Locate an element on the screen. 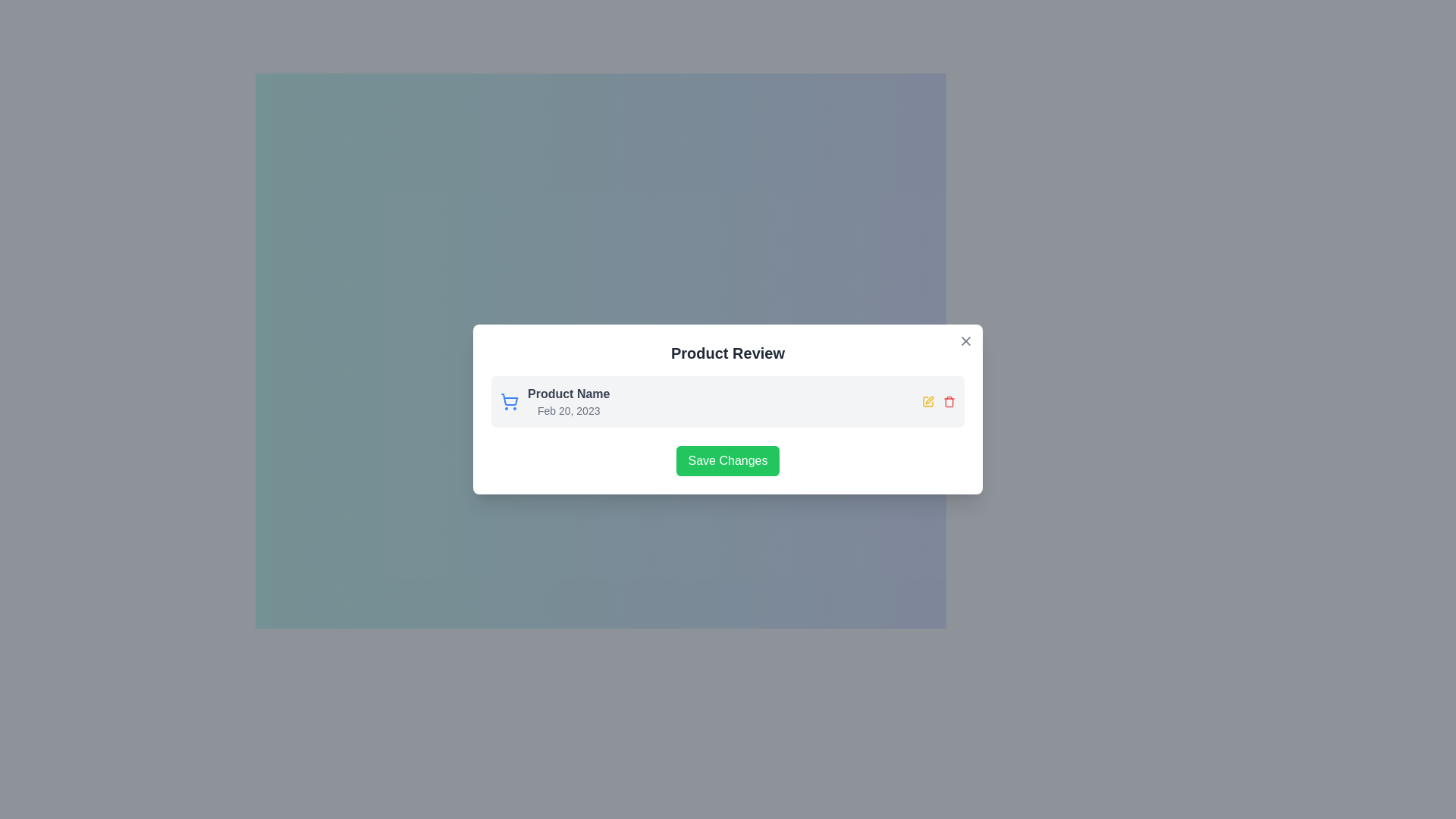 This screenshot has height=819, width=1456. the save button located at the bottom of the modal dialog box to observe the hover effects is located at coordinates (728, 460).